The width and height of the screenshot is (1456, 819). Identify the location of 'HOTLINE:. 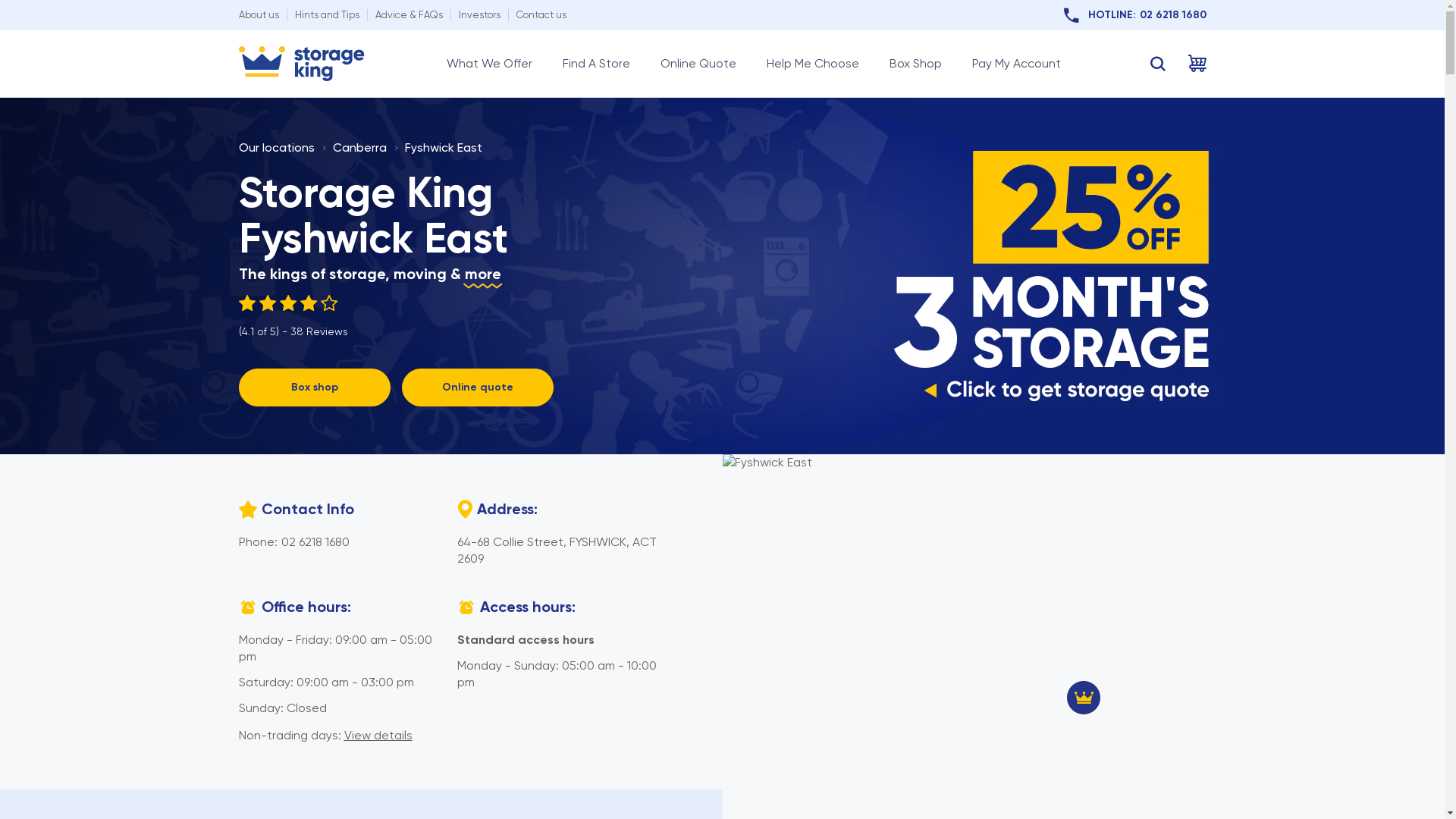
(1134, 14).